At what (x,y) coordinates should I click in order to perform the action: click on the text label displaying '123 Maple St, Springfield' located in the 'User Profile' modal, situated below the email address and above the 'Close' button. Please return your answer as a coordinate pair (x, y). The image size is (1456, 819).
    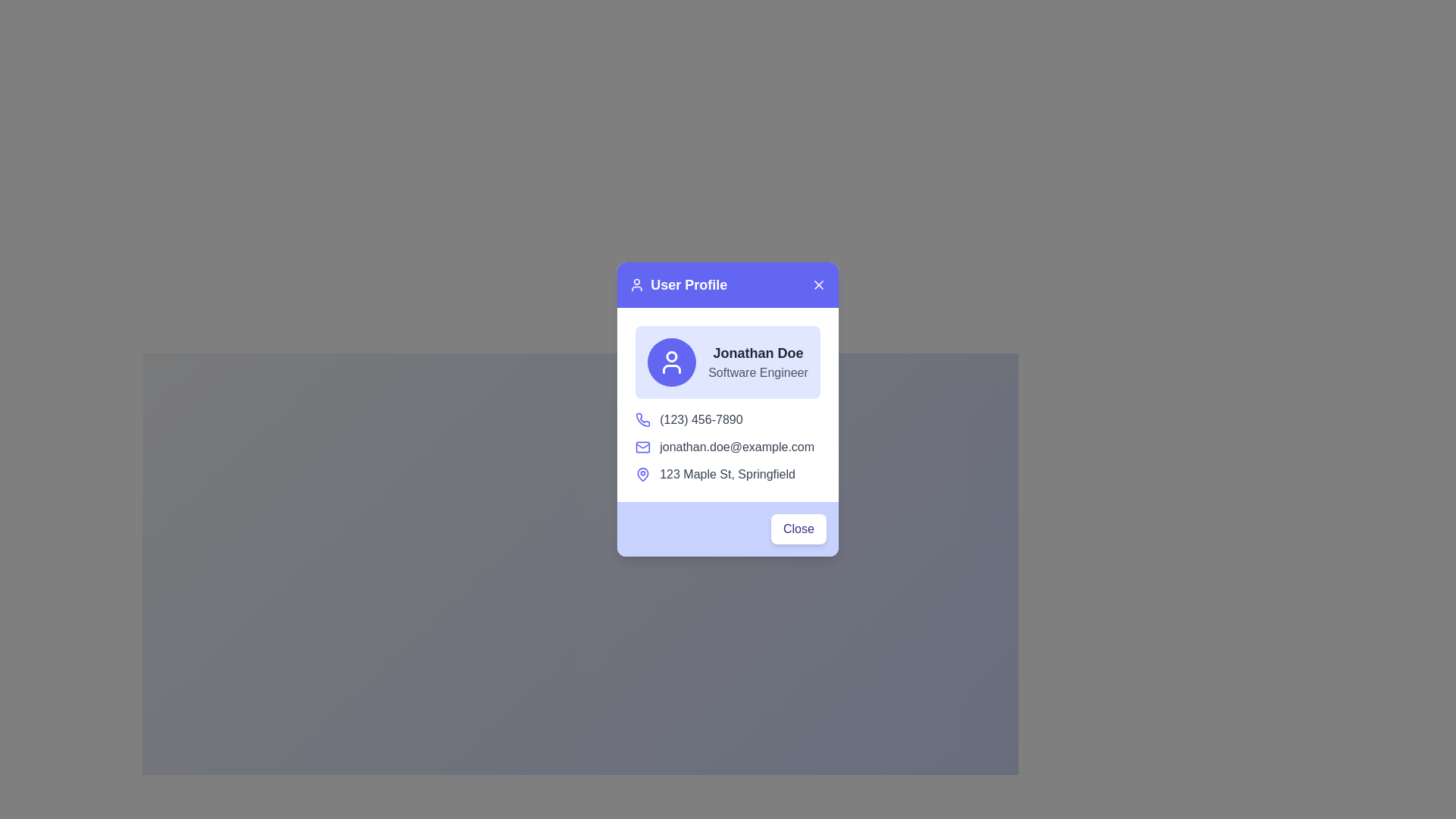
    Looking at the image, I should click on (726, 473).